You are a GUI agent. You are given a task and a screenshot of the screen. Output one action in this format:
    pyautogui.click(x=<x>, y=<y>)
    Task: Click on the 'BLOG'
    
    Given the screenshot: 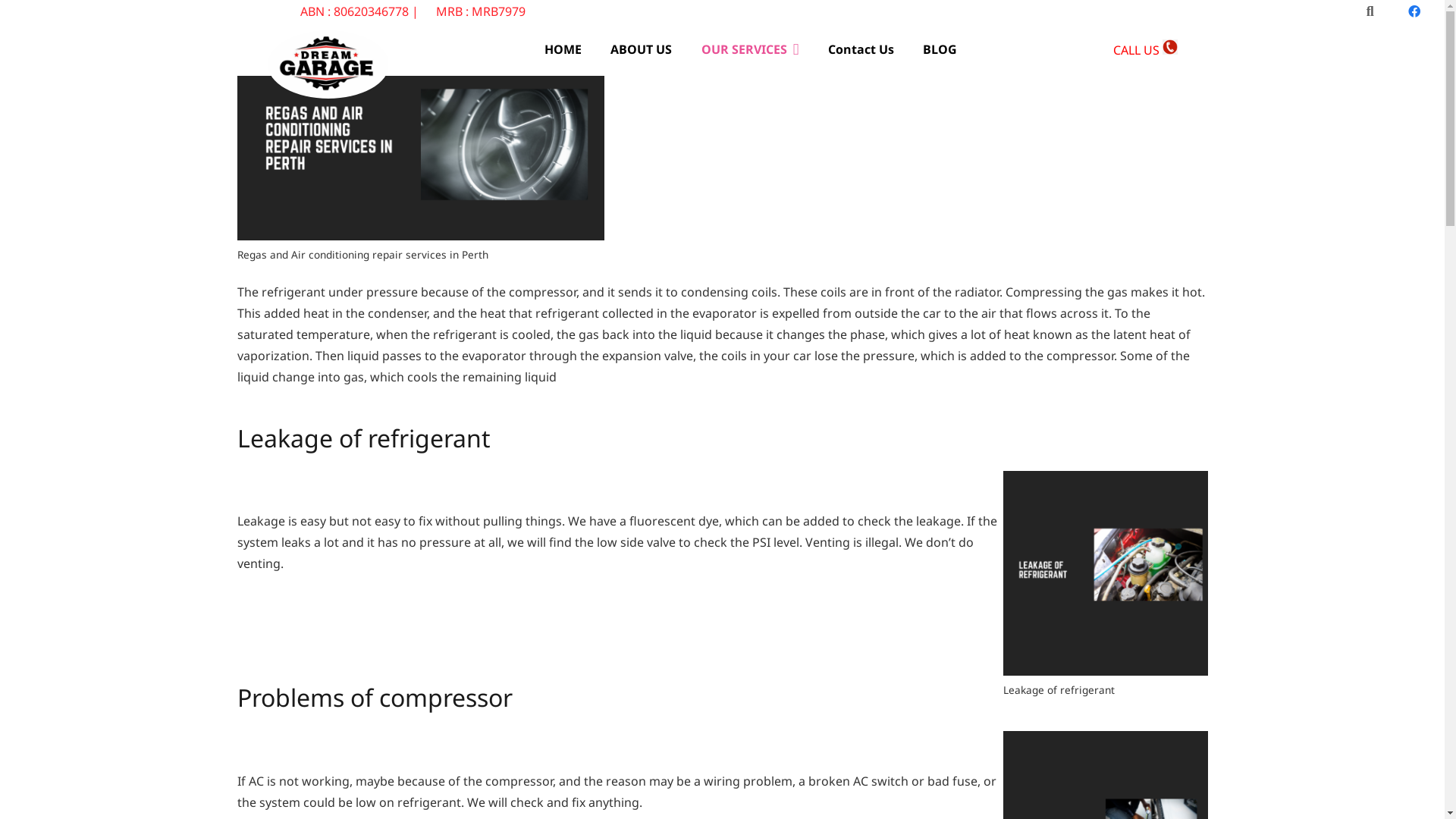 What is the action you would take?
    pyautogui.click(x=939, y=49)
    